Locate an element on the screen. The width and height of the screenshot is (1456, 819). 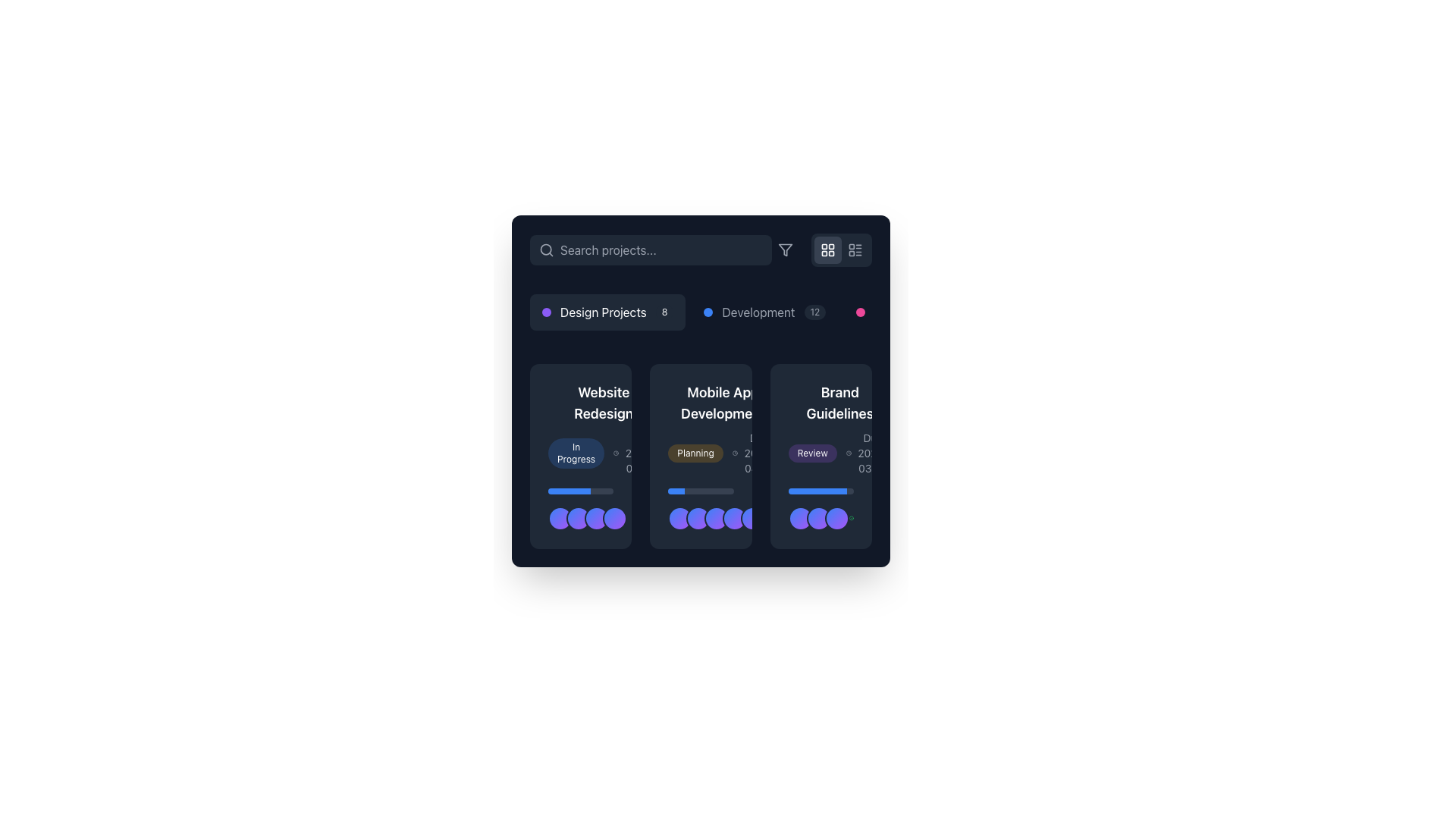
the 'Design Projects' button, which has a dark background, white text, and a violet circular indicator with a badge showing the number '8' is located at coordinates (607, 312).